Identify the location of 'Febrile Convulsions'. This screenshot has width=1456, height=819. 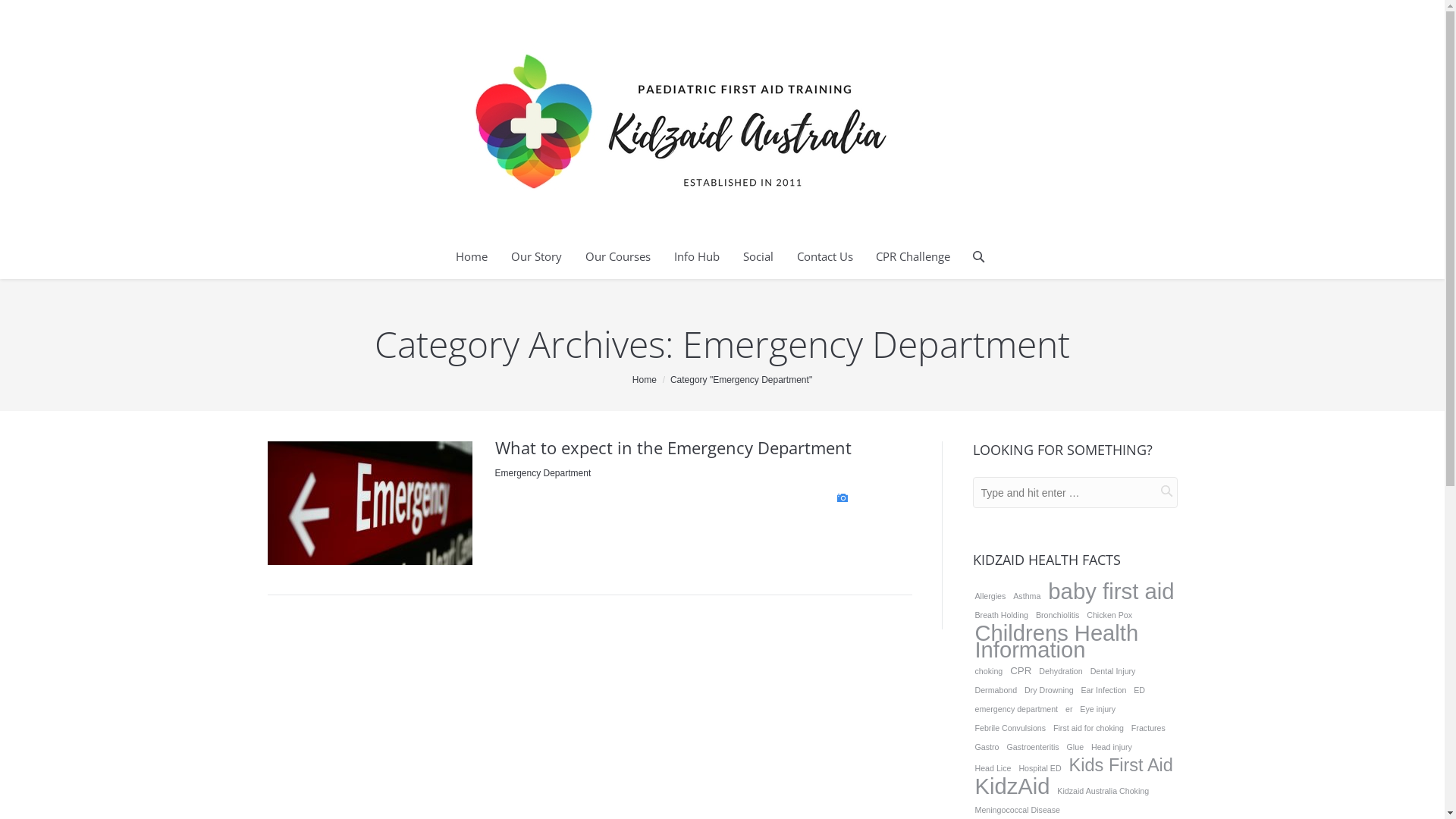
(1010, 727).